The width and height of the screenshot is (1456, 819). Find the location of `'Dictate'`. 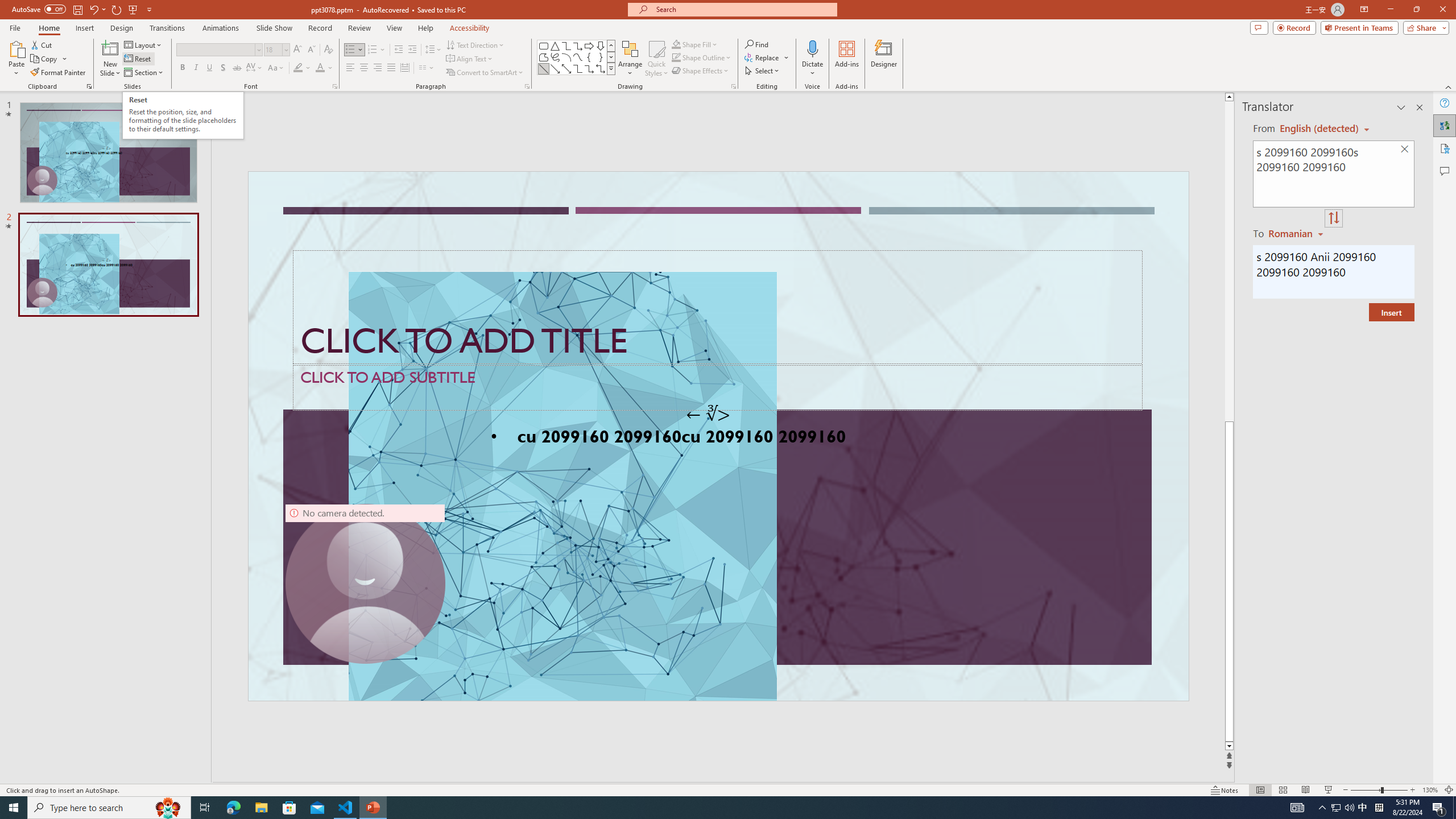

'Dictate' is located at coordinates (812, 59).